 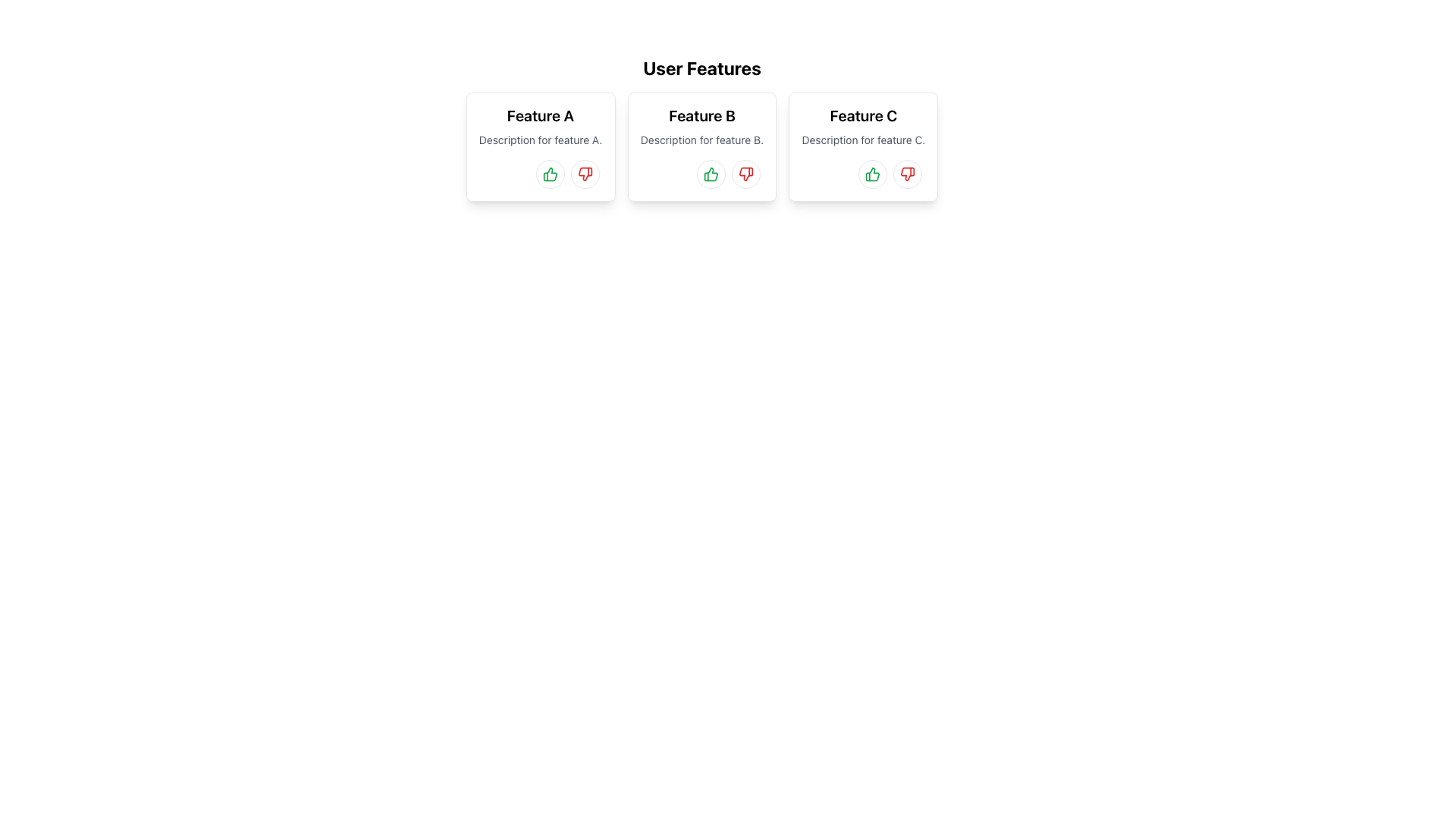 I want to click on the green thumbs-up button located in the bottom-right corner of the 'Feature A' card, so click(x=541, y=174).